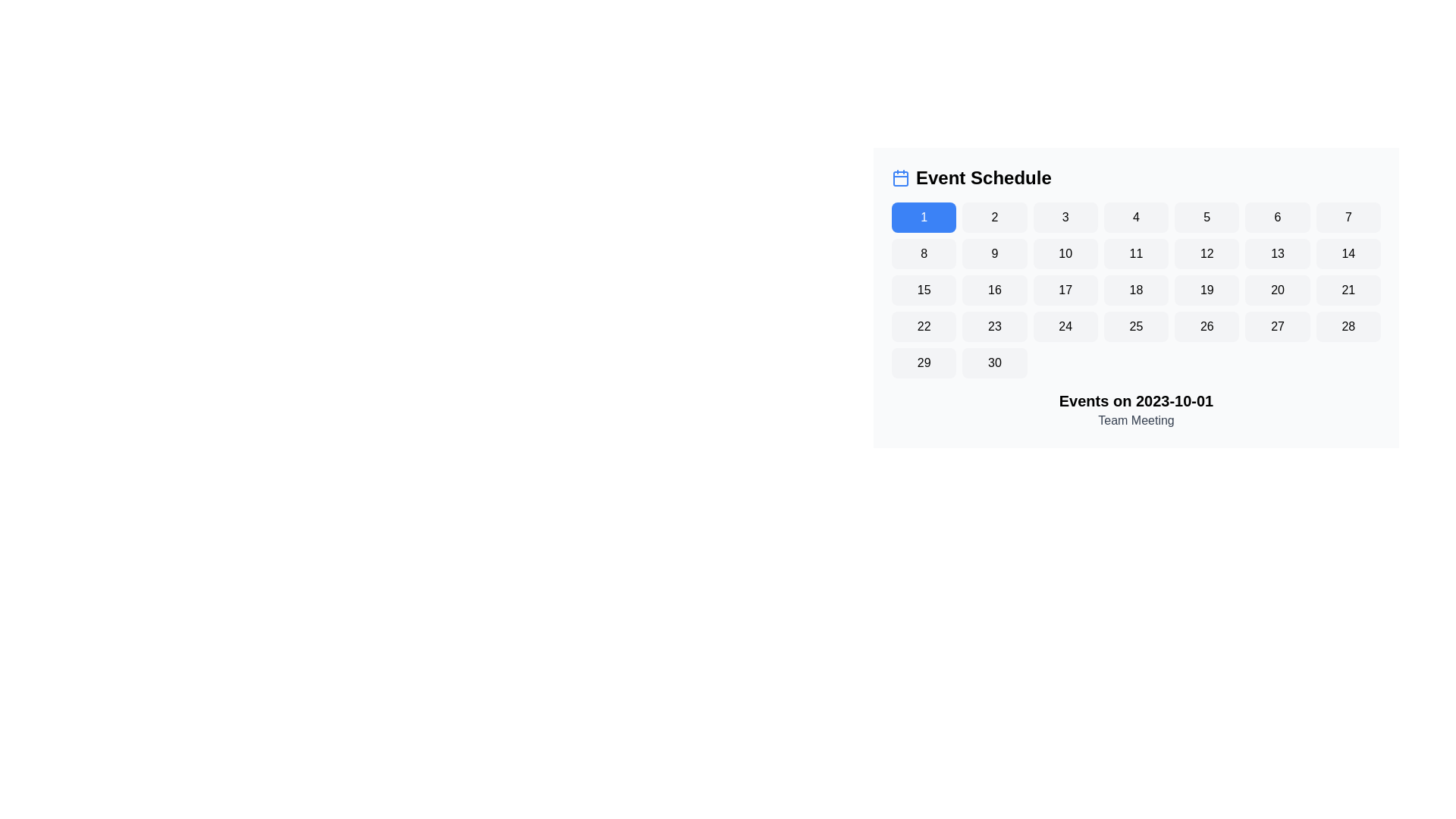 This screenshot has width=1456, height=819. Describe the element at coordinates (1206, 253) in the screenshot. I see `the button displaying the number '12' located in the second row, fifth column of the grid under the 'Event Schedule' section` at that location.